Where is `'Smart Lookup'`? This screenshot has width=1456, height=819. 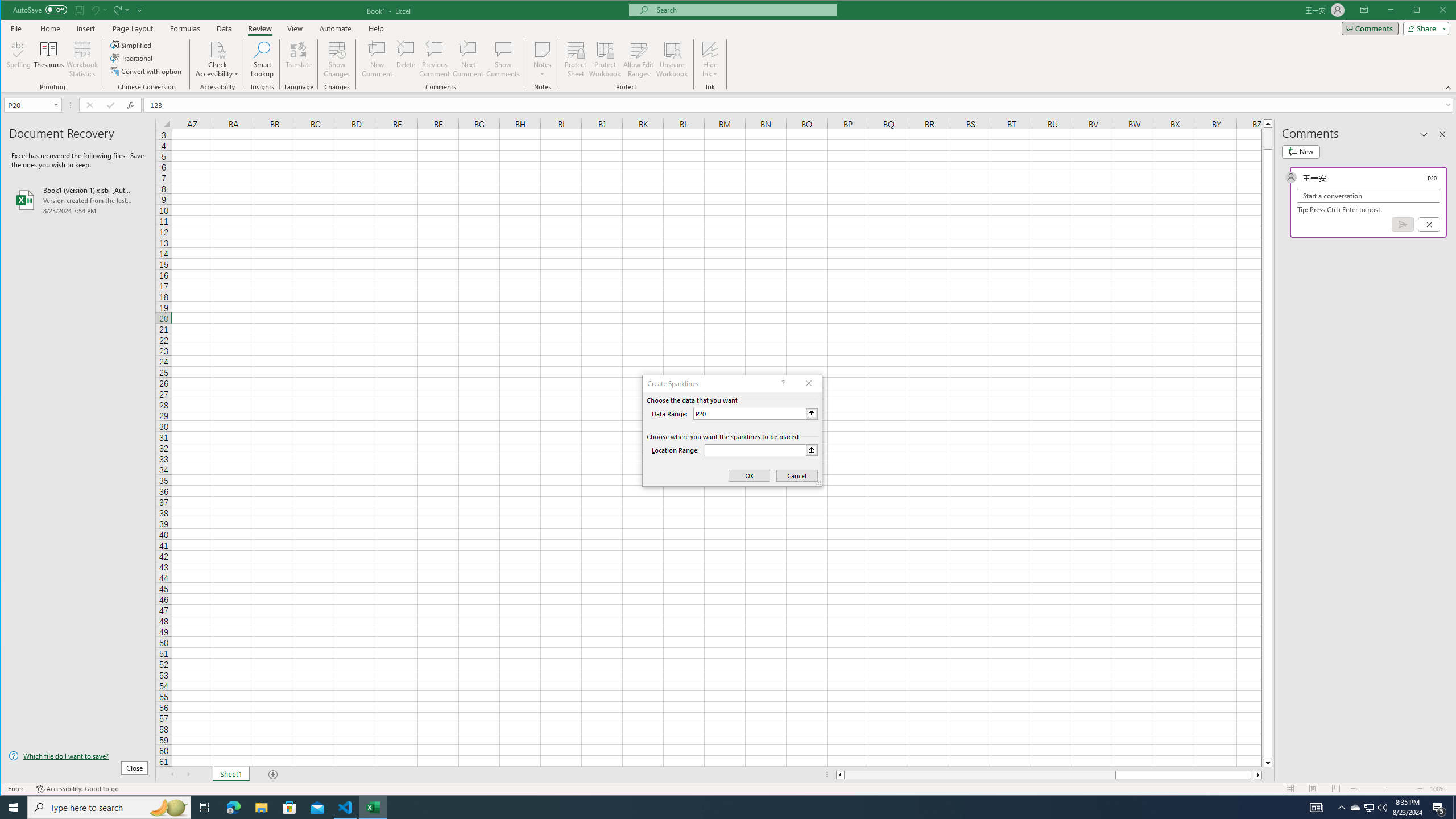
'Smart Lookup' is located at coordinates (262, 59).